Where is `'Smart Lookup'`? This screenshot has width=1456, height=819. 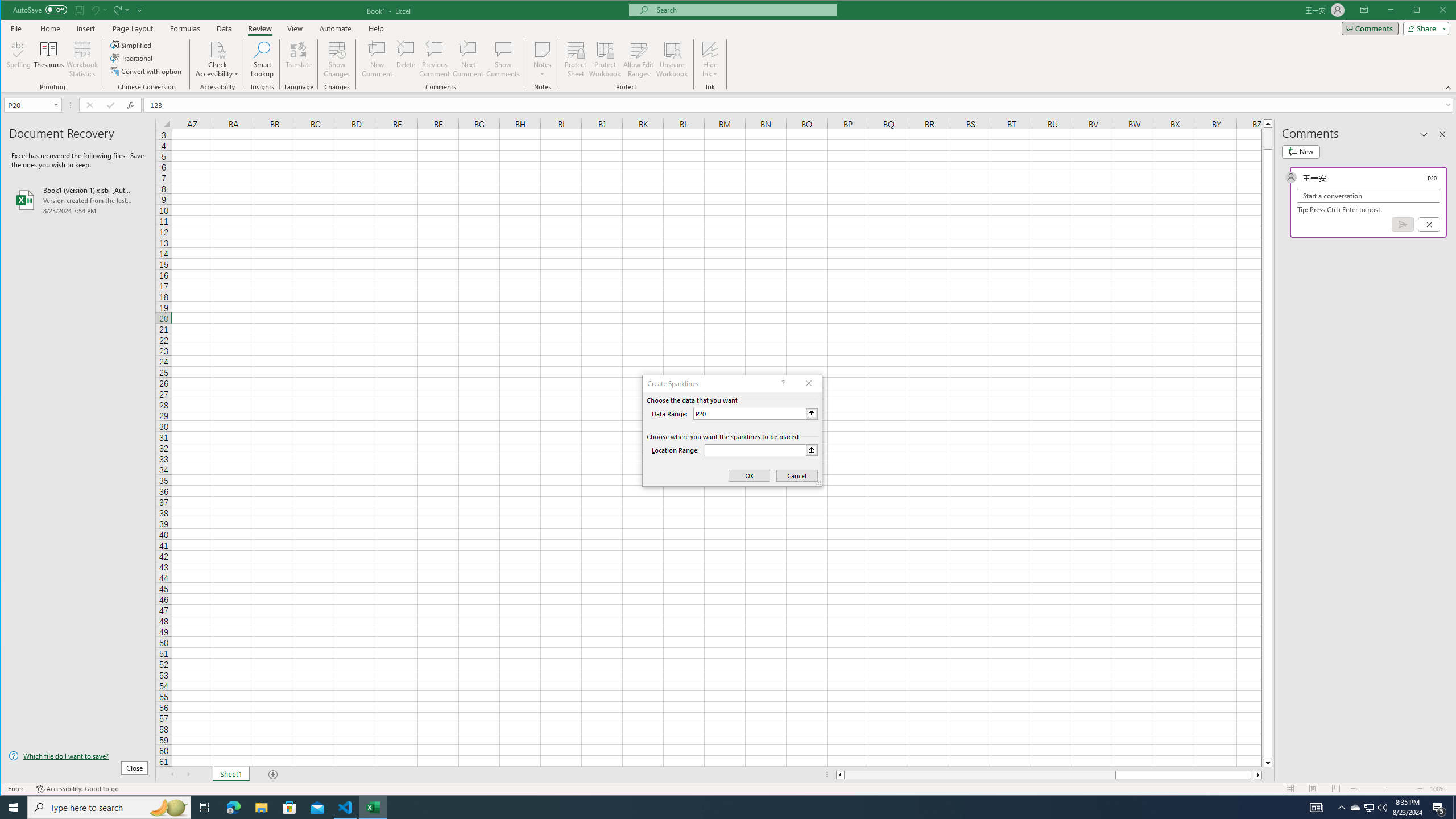
'Smart Lookup' is located at coordinates (262, 59).